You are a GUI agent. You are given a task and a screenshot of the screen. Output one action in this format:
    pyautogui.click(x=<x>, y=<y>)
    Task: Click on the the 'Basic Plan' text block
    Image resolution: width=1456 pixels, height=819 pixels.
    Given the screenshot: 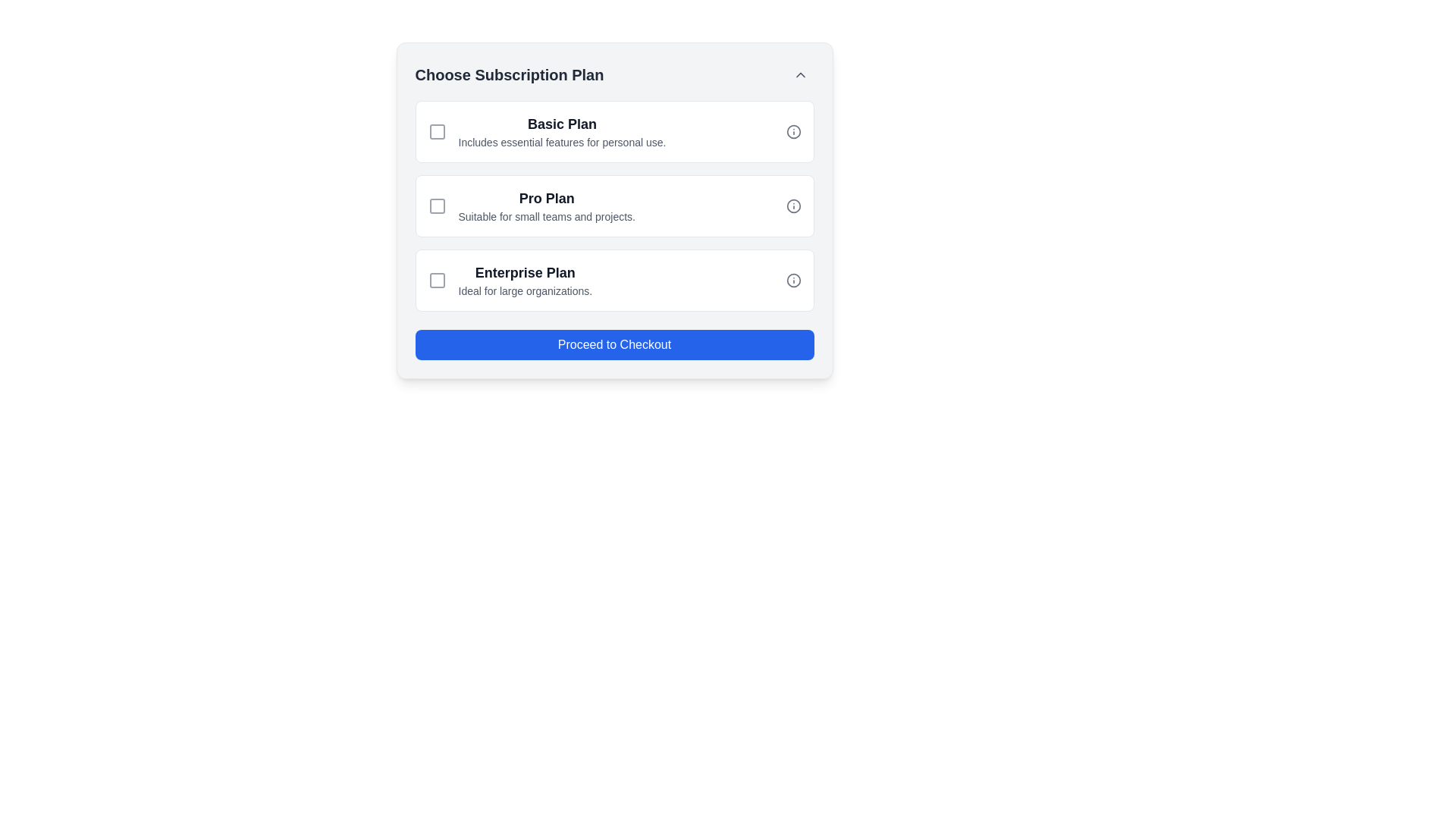 What is the action you would take?
    pyautogui.click(x=561, y=130)
    